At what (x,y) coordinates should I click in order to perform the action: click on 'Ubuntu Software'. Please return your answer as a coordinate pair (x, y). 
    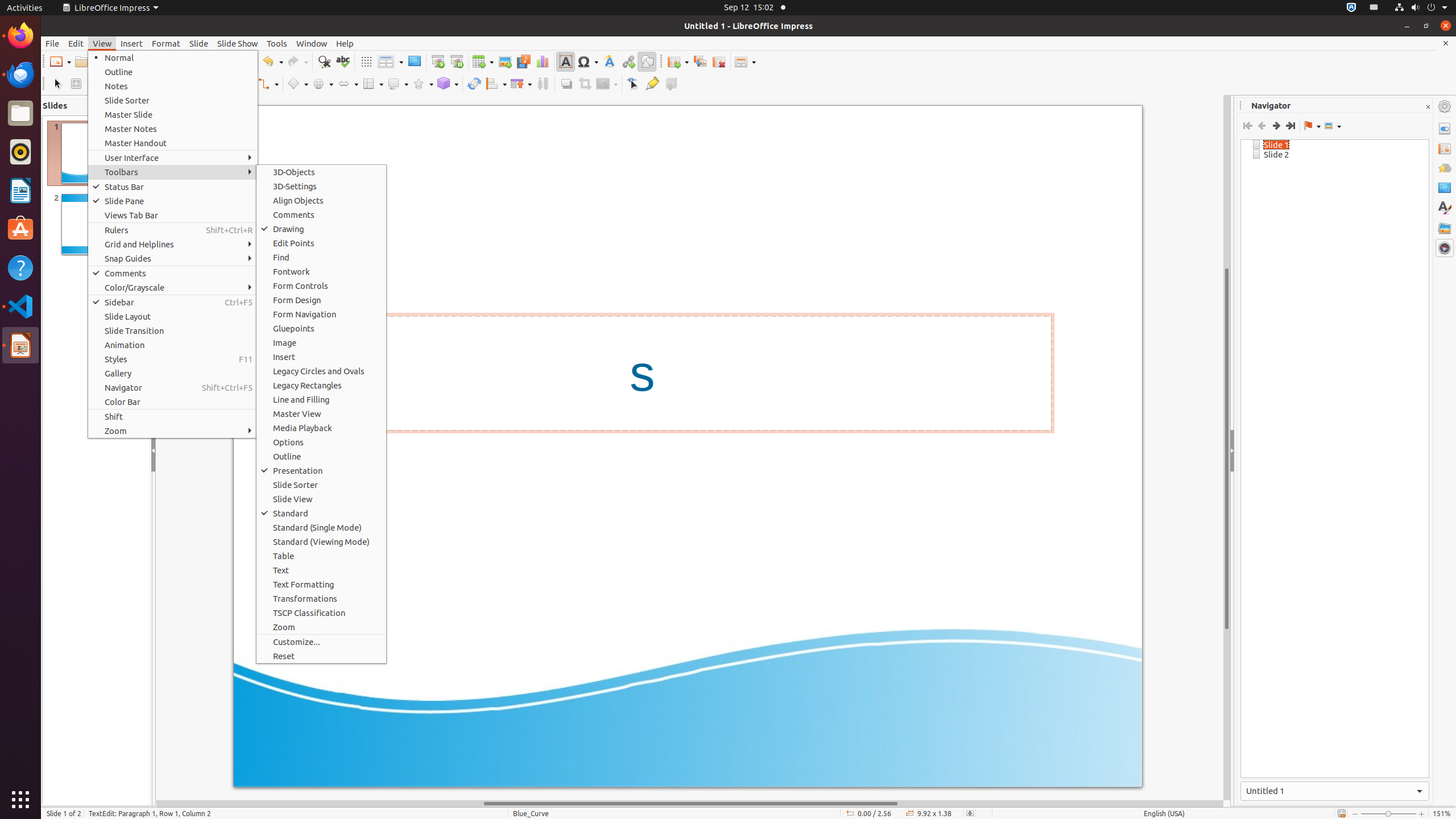
    Looking at the image, I should click on (20, 229).